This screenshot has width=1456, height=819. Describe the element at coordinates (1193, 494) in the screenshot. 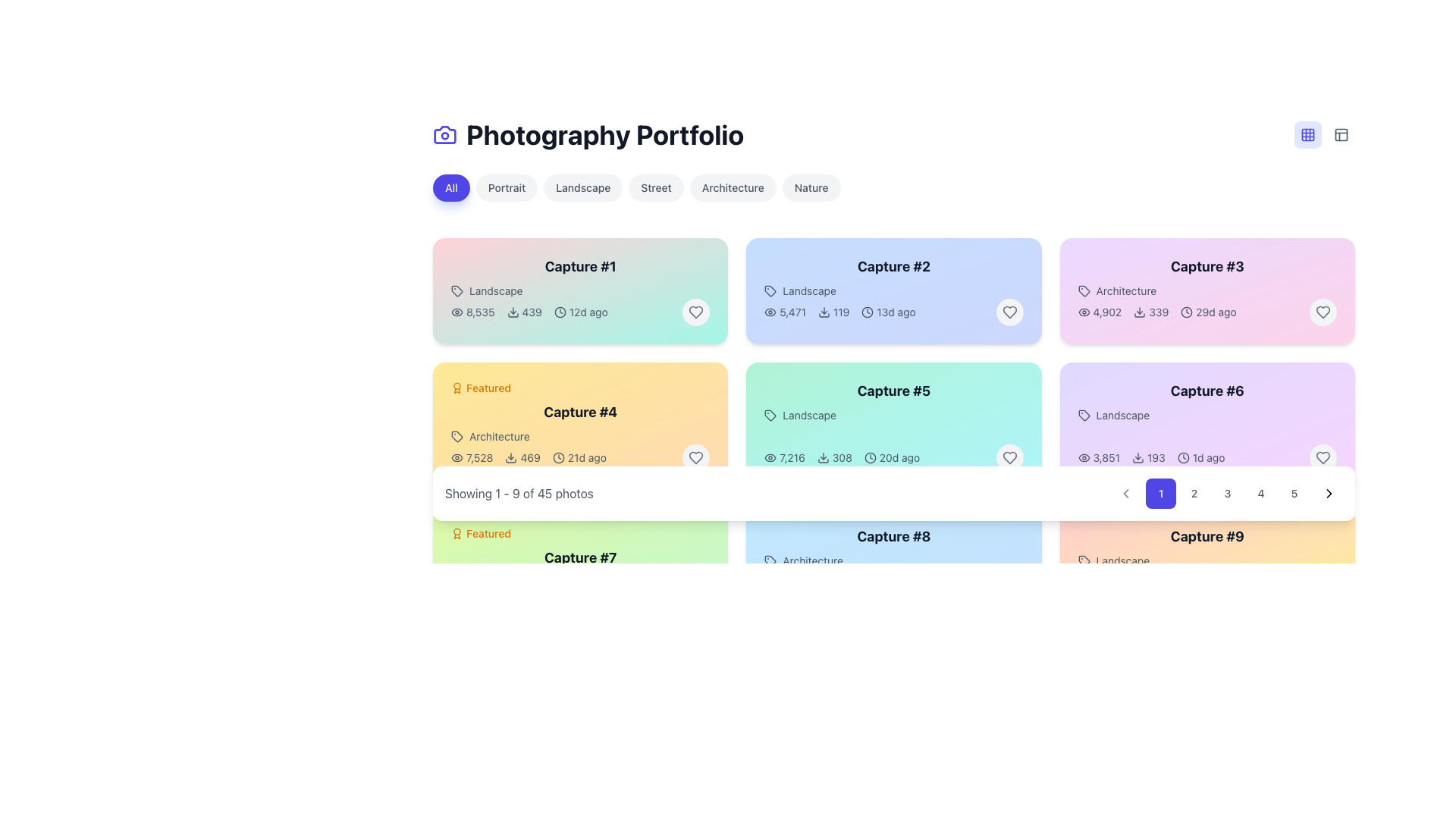

I see `the rounded square button labeled '2'` at that location.